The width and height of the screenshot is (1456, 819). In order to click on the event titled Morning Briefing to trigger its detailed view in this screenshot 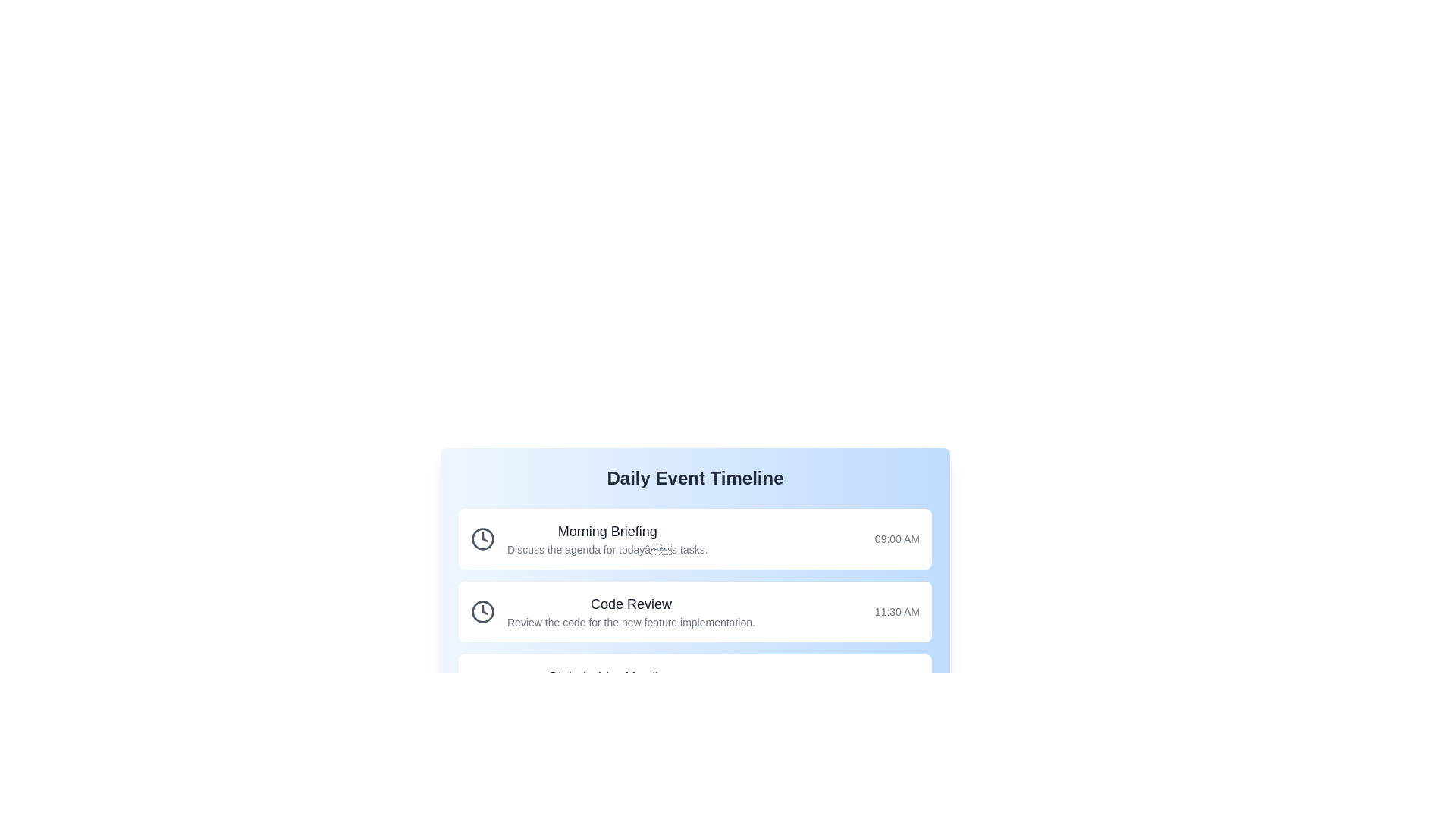, I will do `click(694, 538)`.